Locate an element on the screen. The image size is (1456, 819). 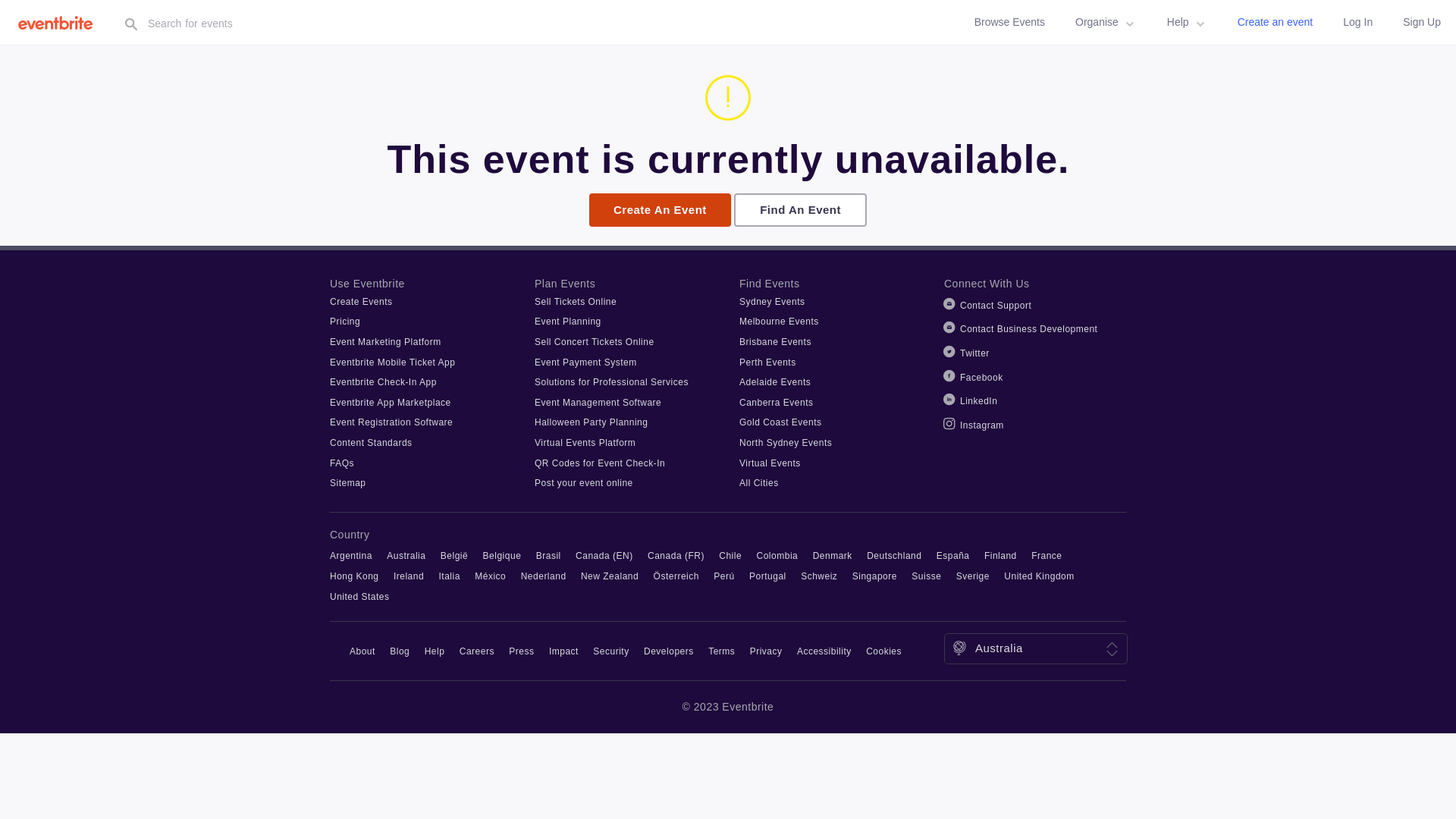
'Brasil' is located at coordinates (535, 555).